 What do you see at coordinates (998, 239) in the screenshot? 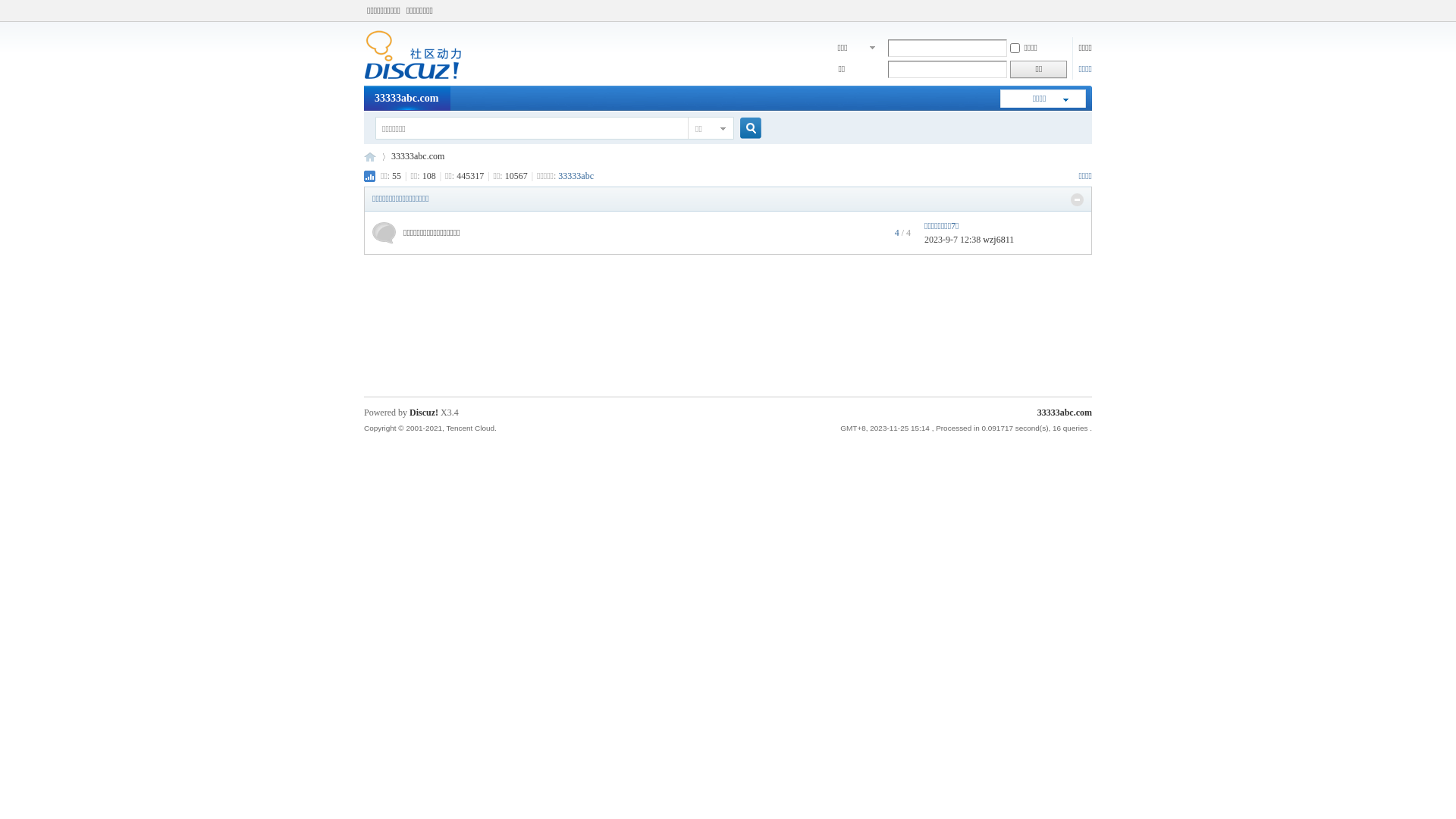
I see `'wzj6811'` at bounding box center [998, 239].